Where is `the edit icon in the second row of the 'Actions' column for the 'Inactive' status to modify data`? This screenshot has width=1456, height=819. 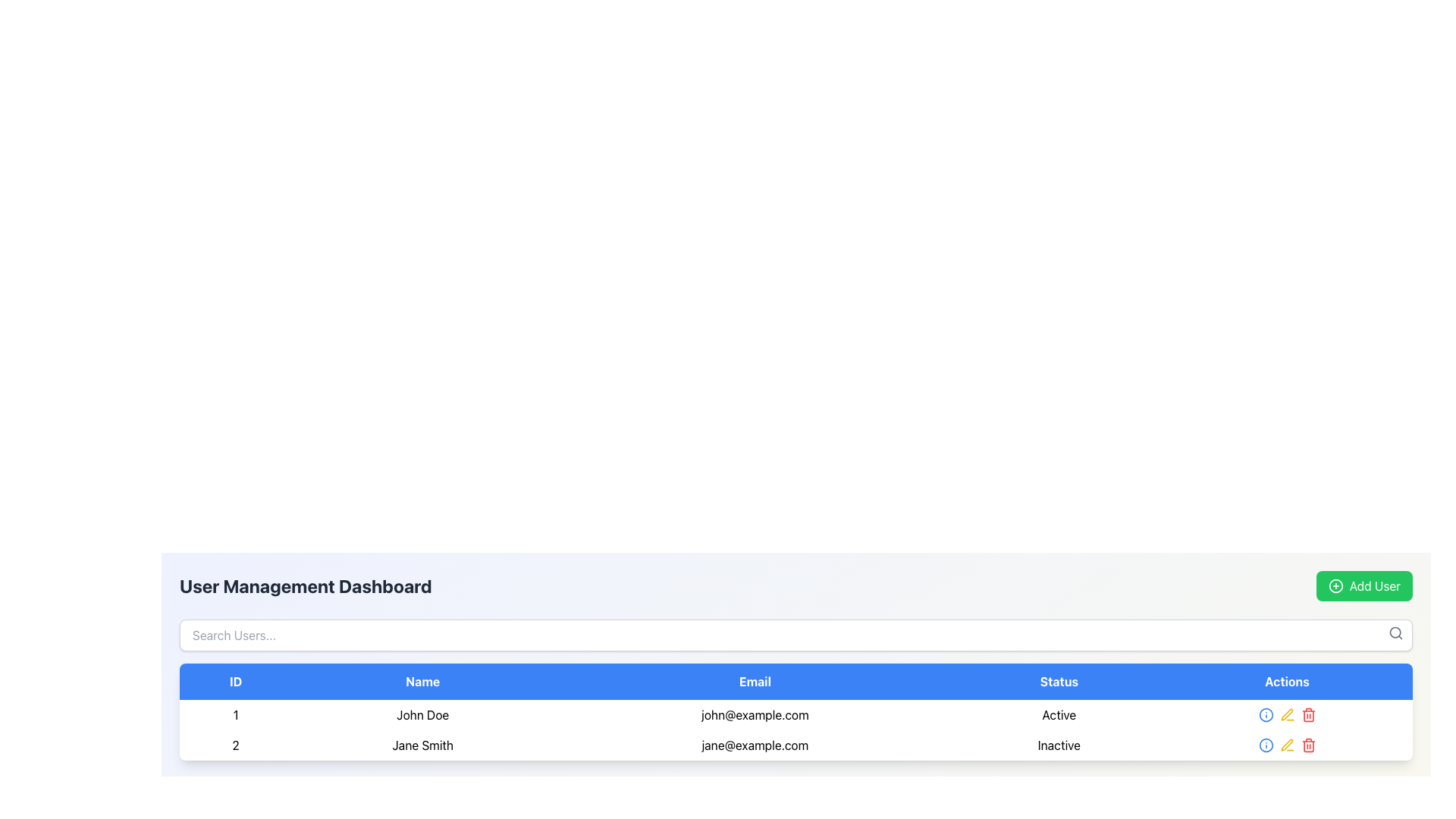
the edit icon in the second row of the 'Actions' column for the 'Inactive' status to modify data is located at coordinates (1286, 745).